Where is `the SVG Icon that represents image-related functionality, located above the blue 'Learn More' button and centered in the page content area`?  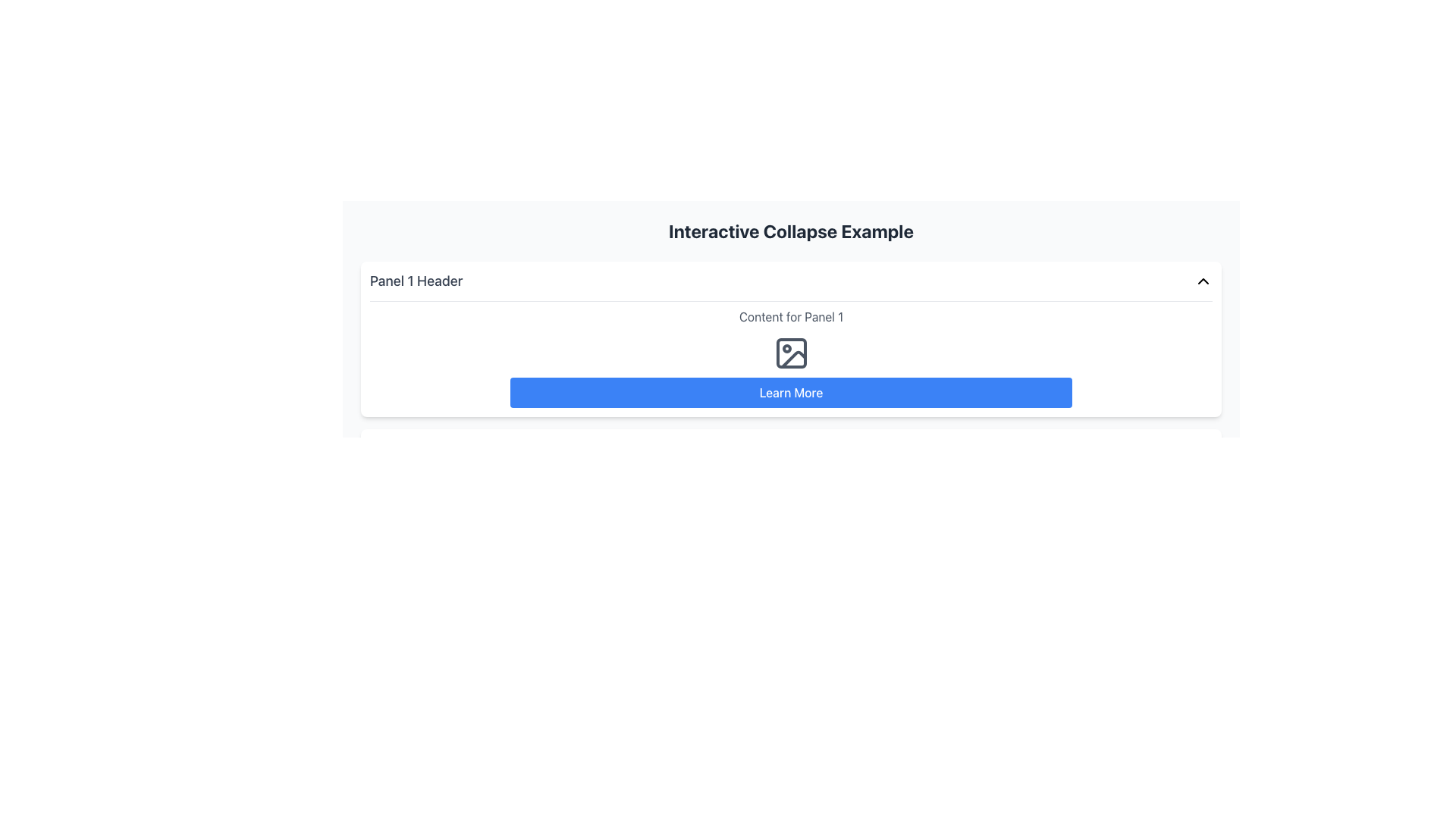 the SVG Icon that represents image-related functionality, located above the blue 'Learn More' button and centered in the page content area is located at coordinates (790, 353).